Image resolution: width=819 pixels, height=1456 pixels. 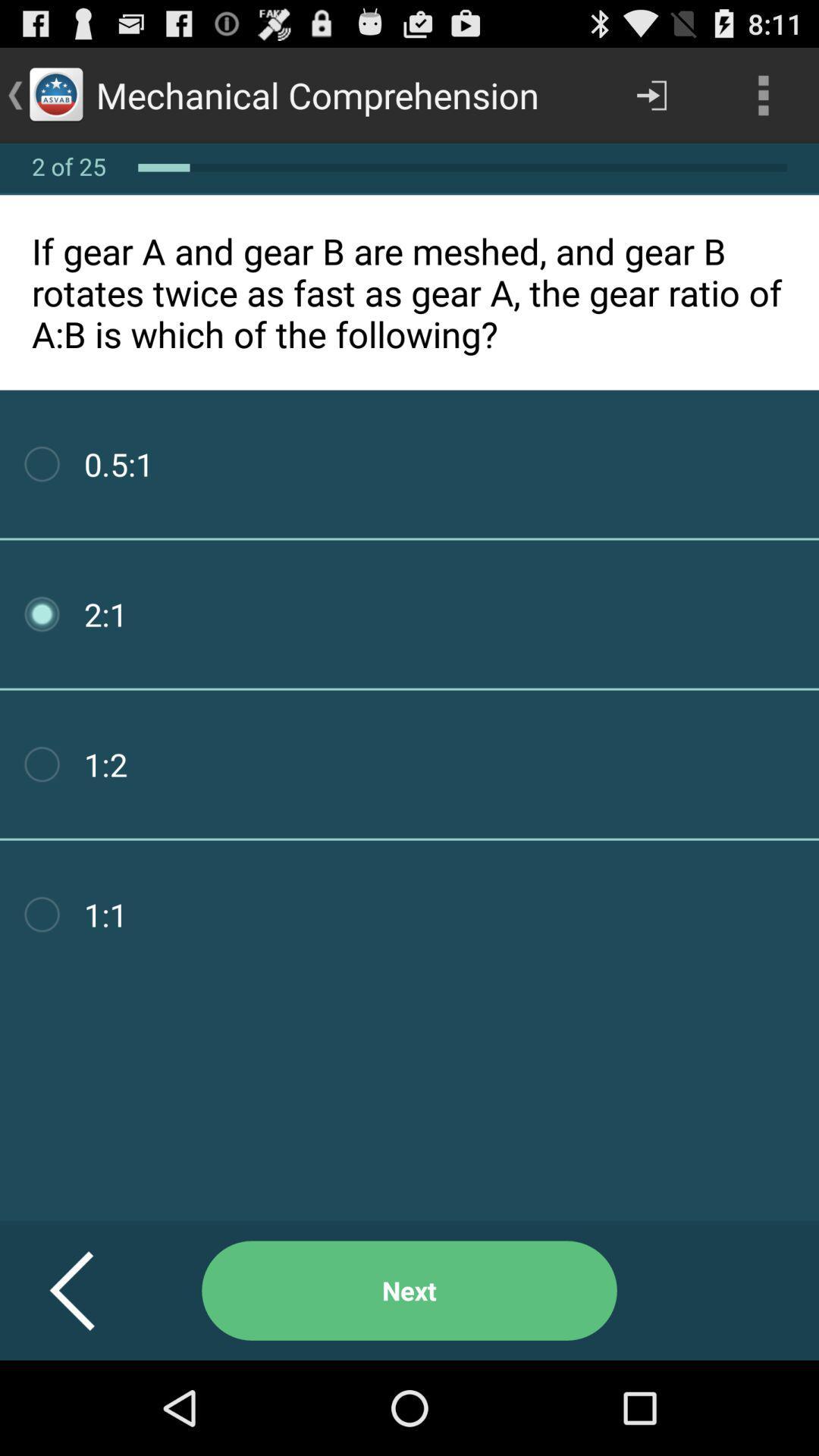 I want to click on item at the bottom left corner, so click(x=90, y=1290).